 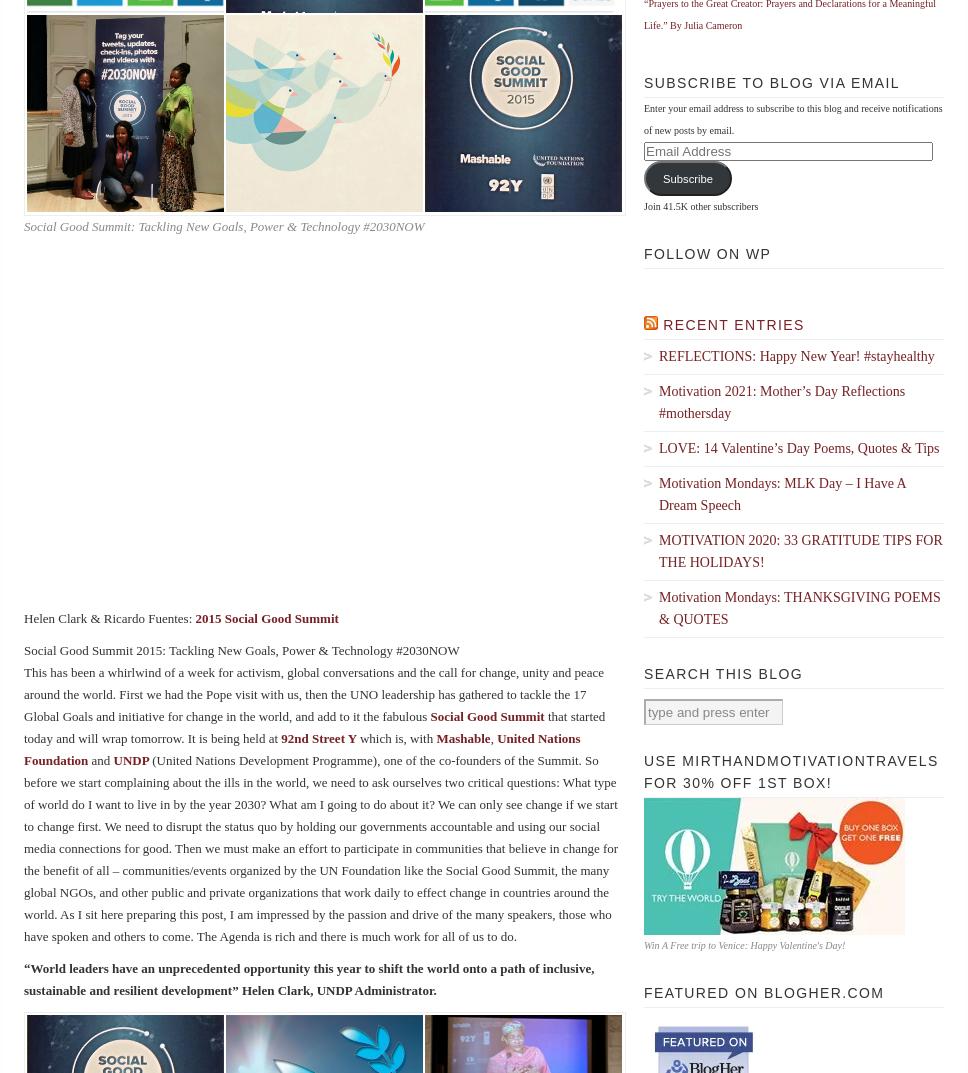 I want to click on 'Social Good Summit', so click(x=429, y=715).